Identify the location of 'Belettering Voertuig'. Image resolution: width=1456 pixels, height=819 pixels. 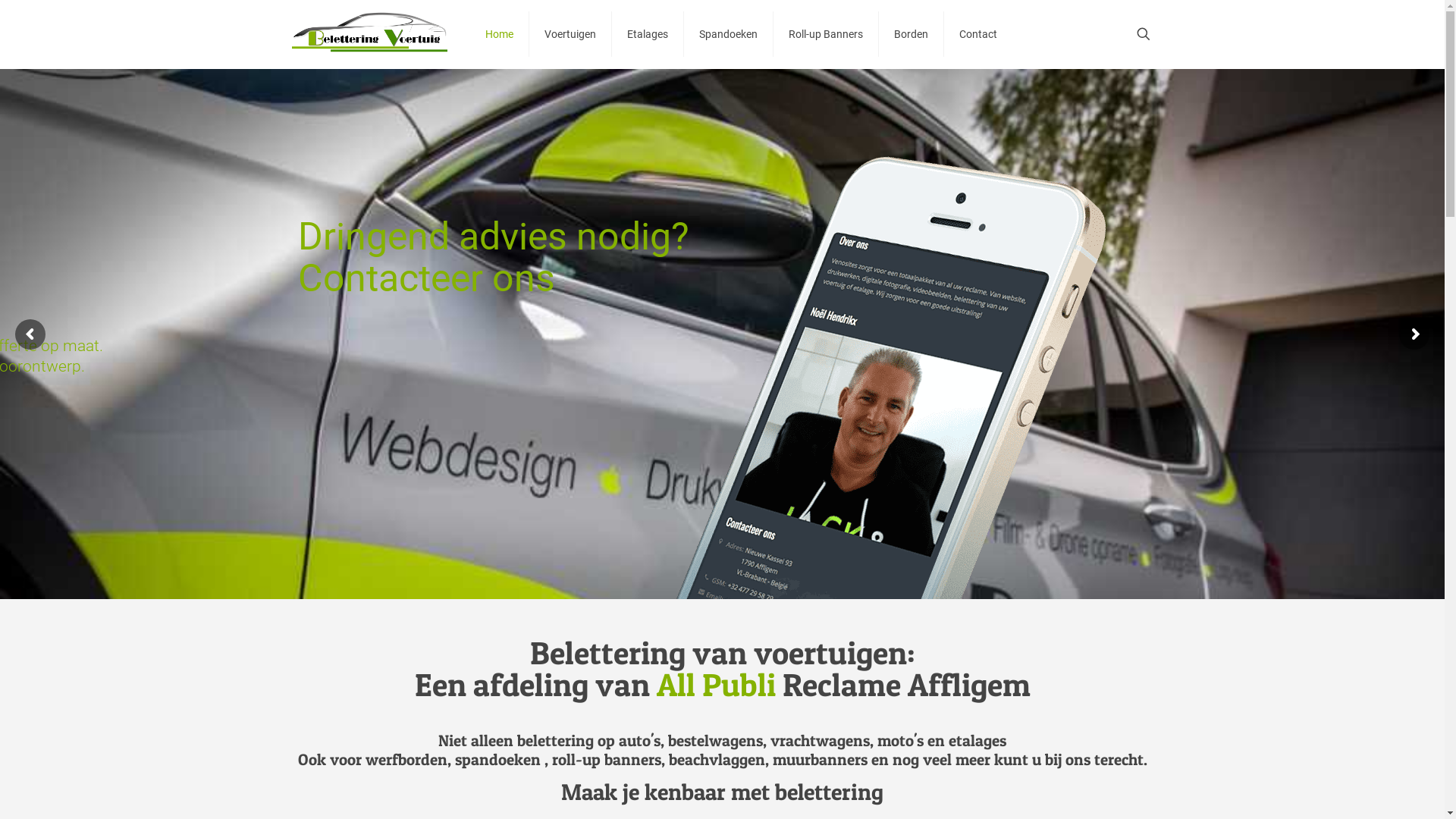
(369, 34).